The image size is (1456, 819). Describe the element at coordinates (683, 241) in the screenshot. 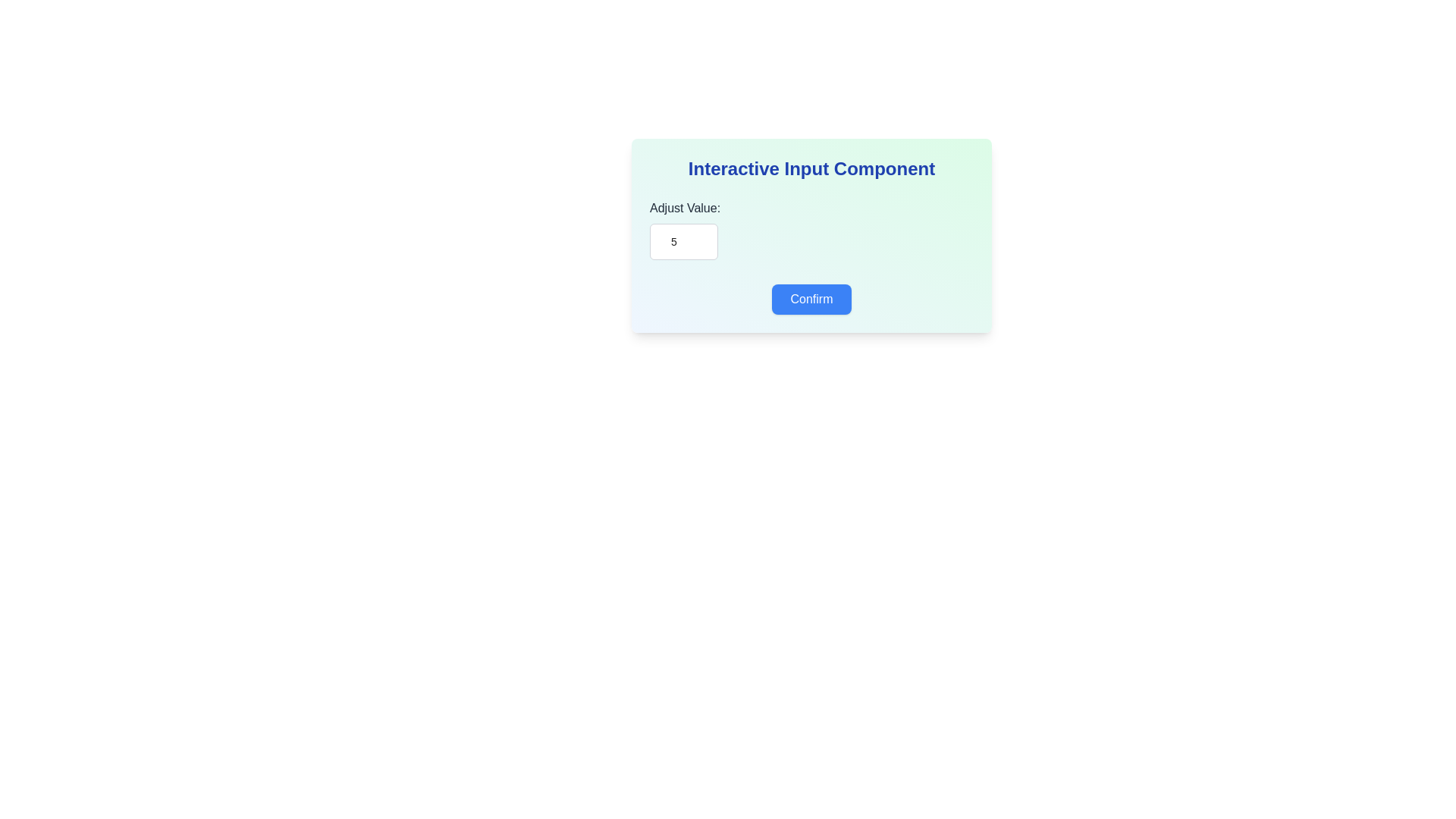

I see `the numeric input field displaying the number '5' to focus on it` at that location.